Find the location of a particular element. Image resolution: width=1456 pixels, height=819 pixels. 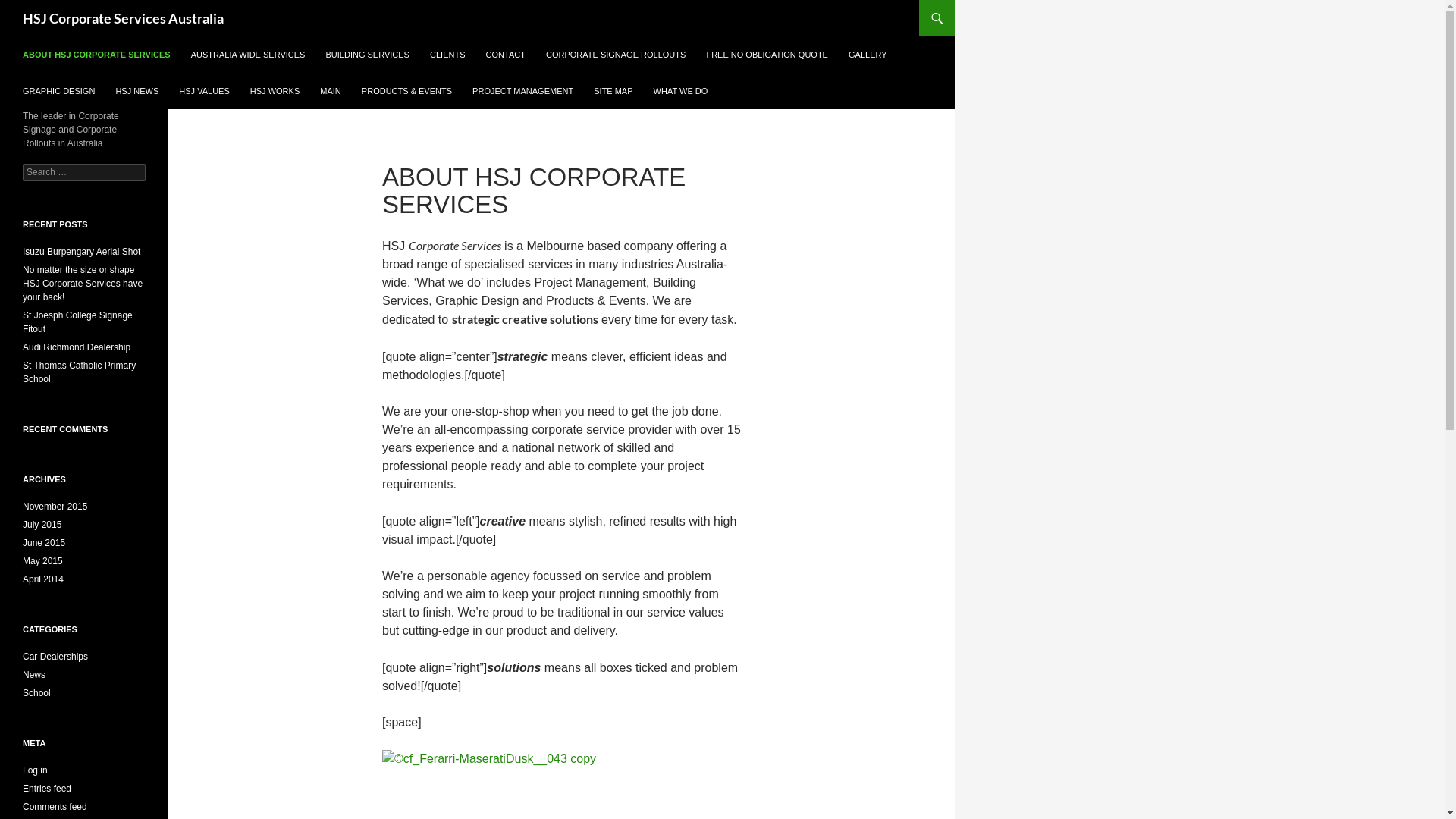

'HSJ VALUES' is located at coordinates (170, 90).